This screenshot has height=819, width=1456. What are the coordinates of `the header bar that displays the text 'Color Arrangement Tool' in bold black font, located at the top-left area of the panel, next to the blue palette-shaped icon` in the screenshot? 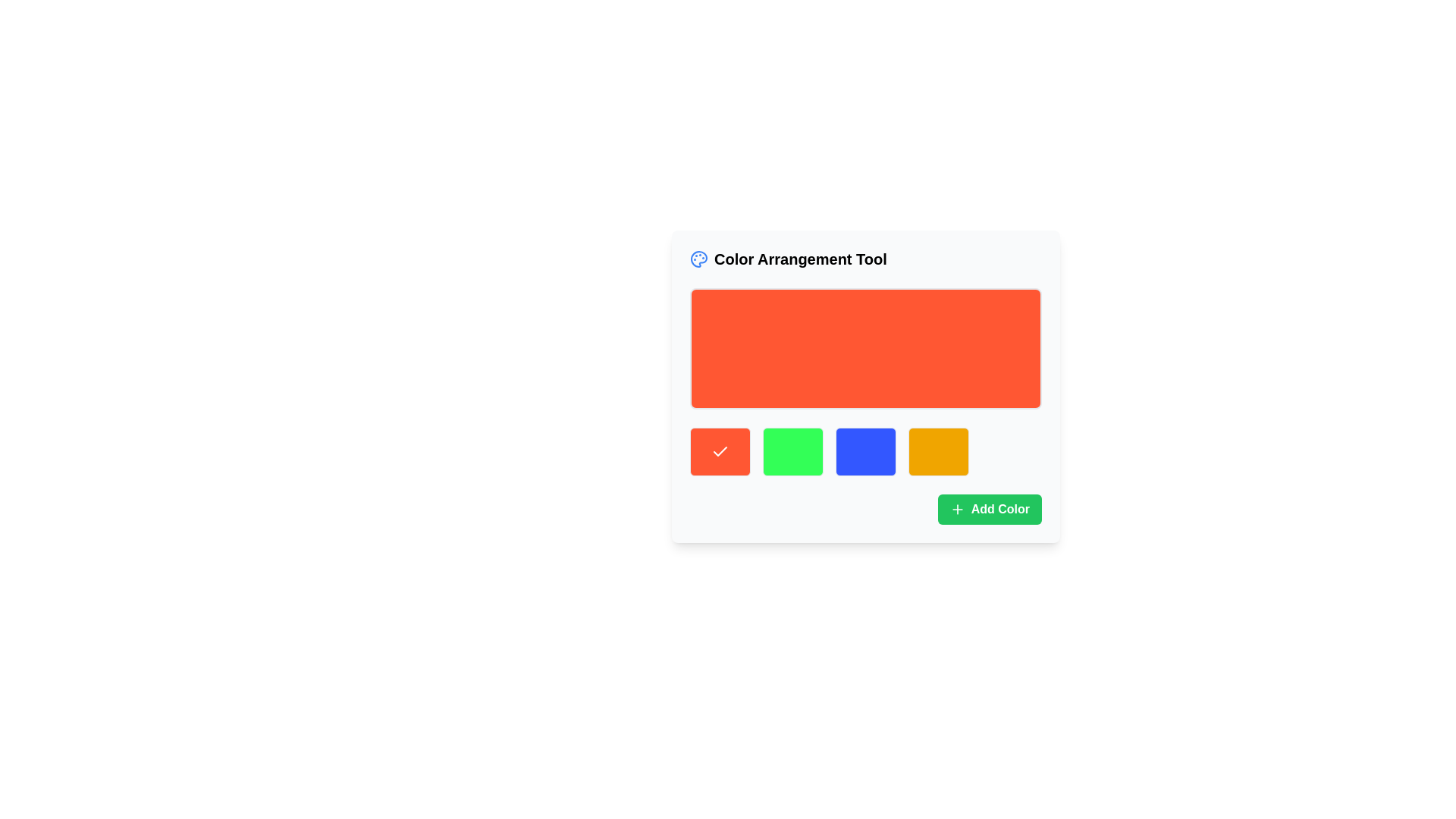 It's located at (866, 259).